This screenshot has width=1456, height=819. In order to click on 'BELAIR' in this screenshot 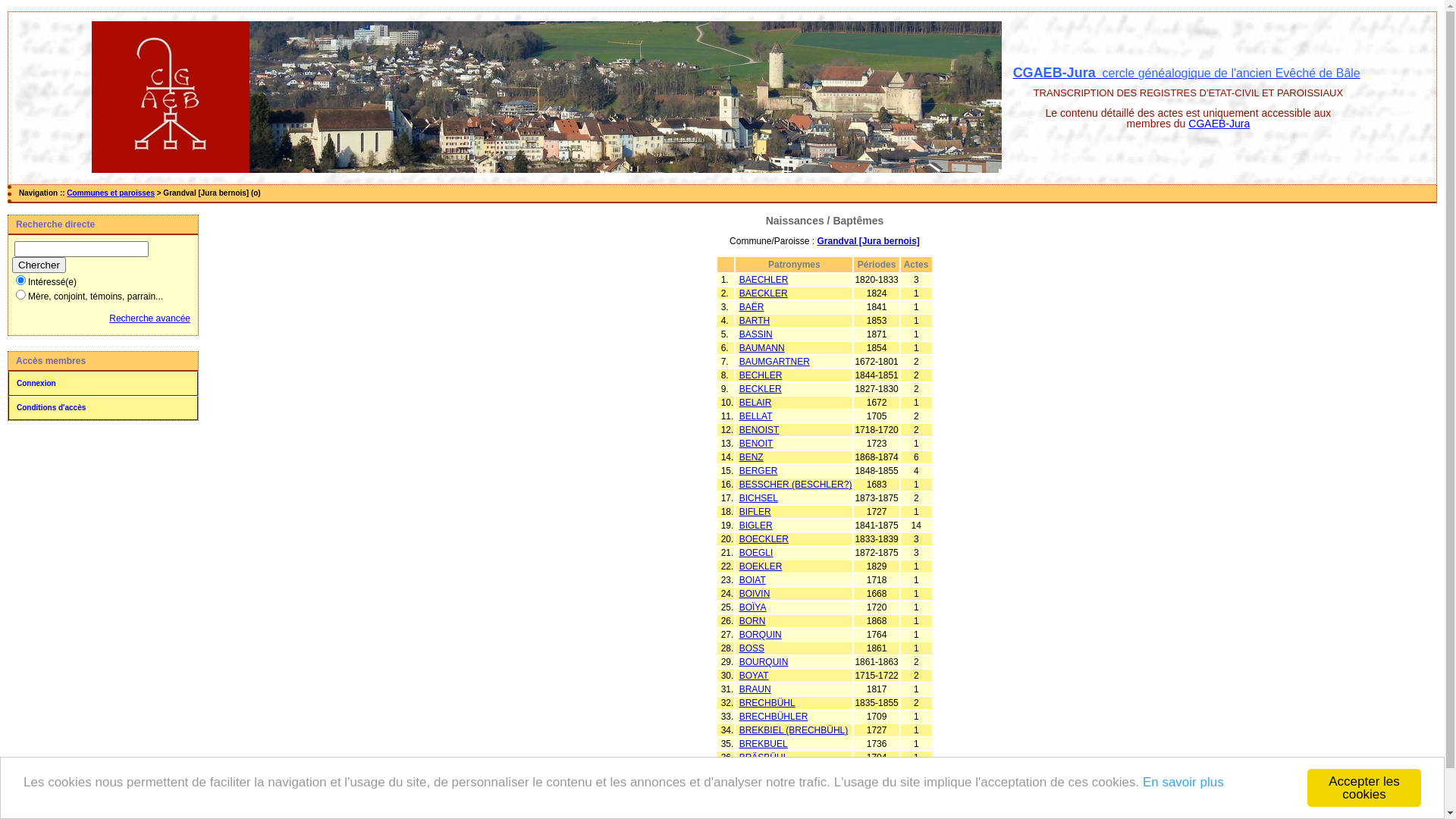, I will do `click(755, 402)`.